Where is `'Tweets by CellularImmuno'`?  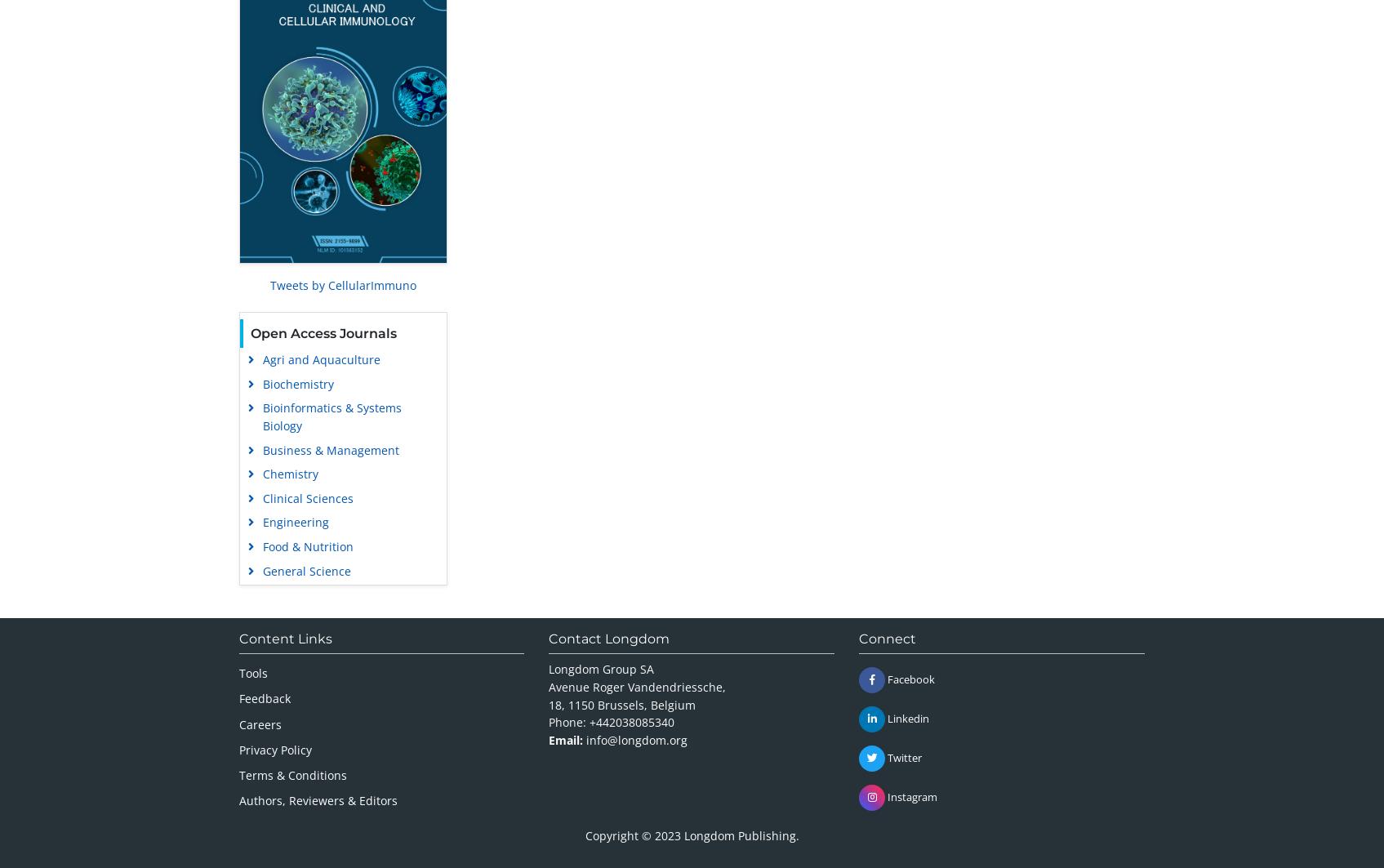 'Tweets by CellularImmuno' is located at coordinates (342, 284).